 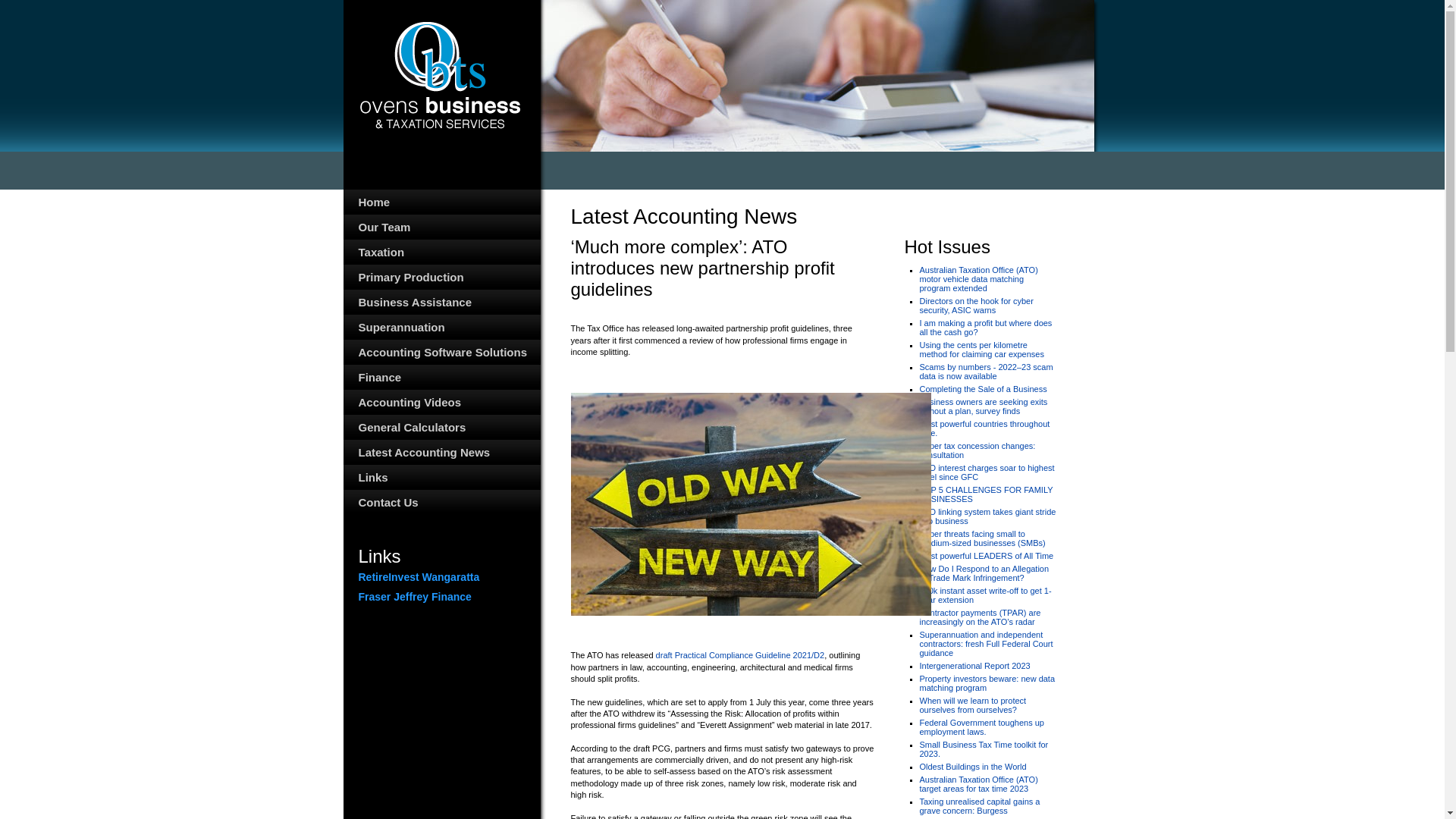 What do you see at coordinates (981, 726) in the screenshot?
I see `'Federal Government toughens up employment laws.'` at bounding box center [981, 726].